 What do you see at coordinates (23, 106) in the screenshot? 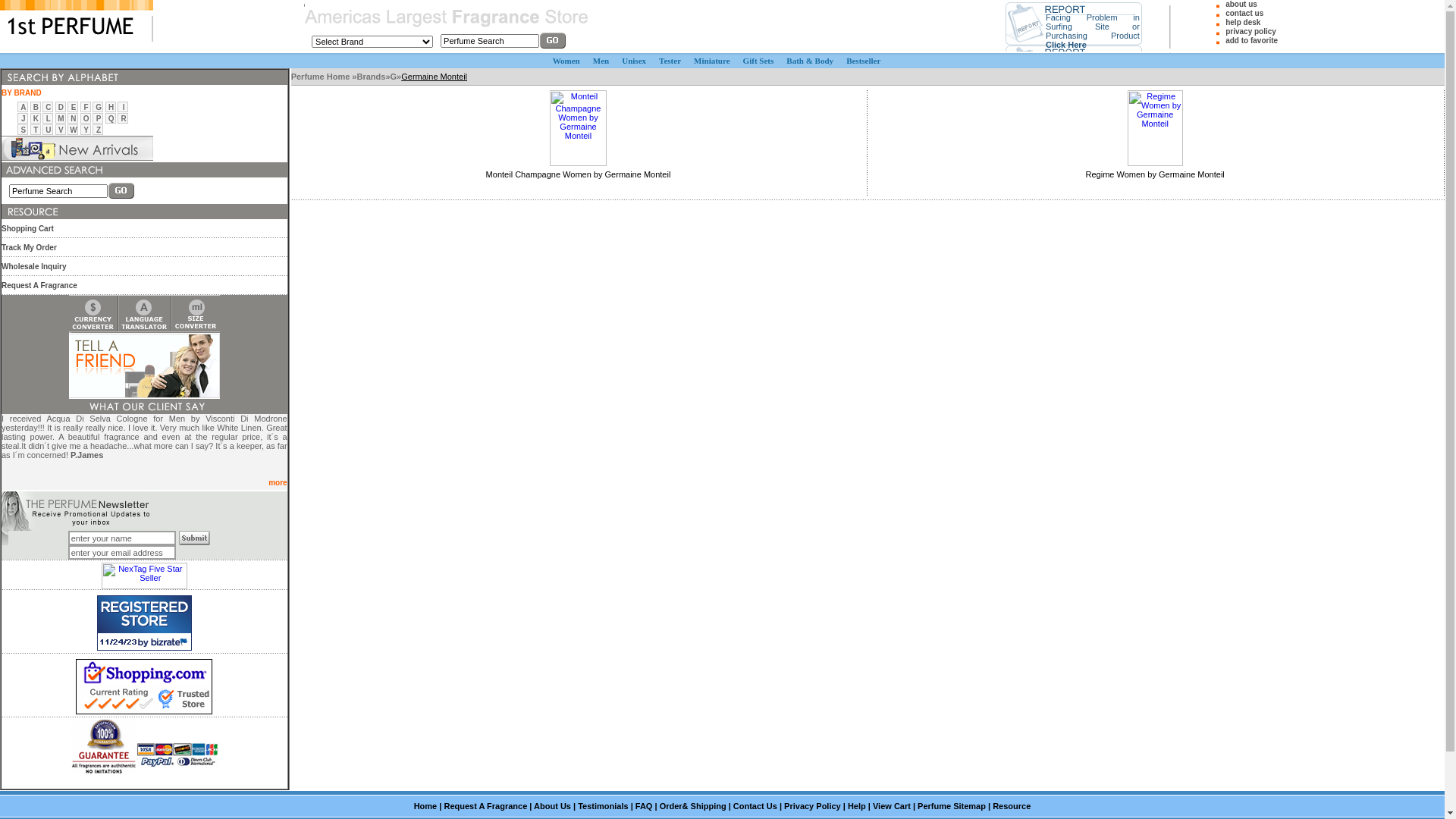
I see `'A'` at bounding box center [23, 106].